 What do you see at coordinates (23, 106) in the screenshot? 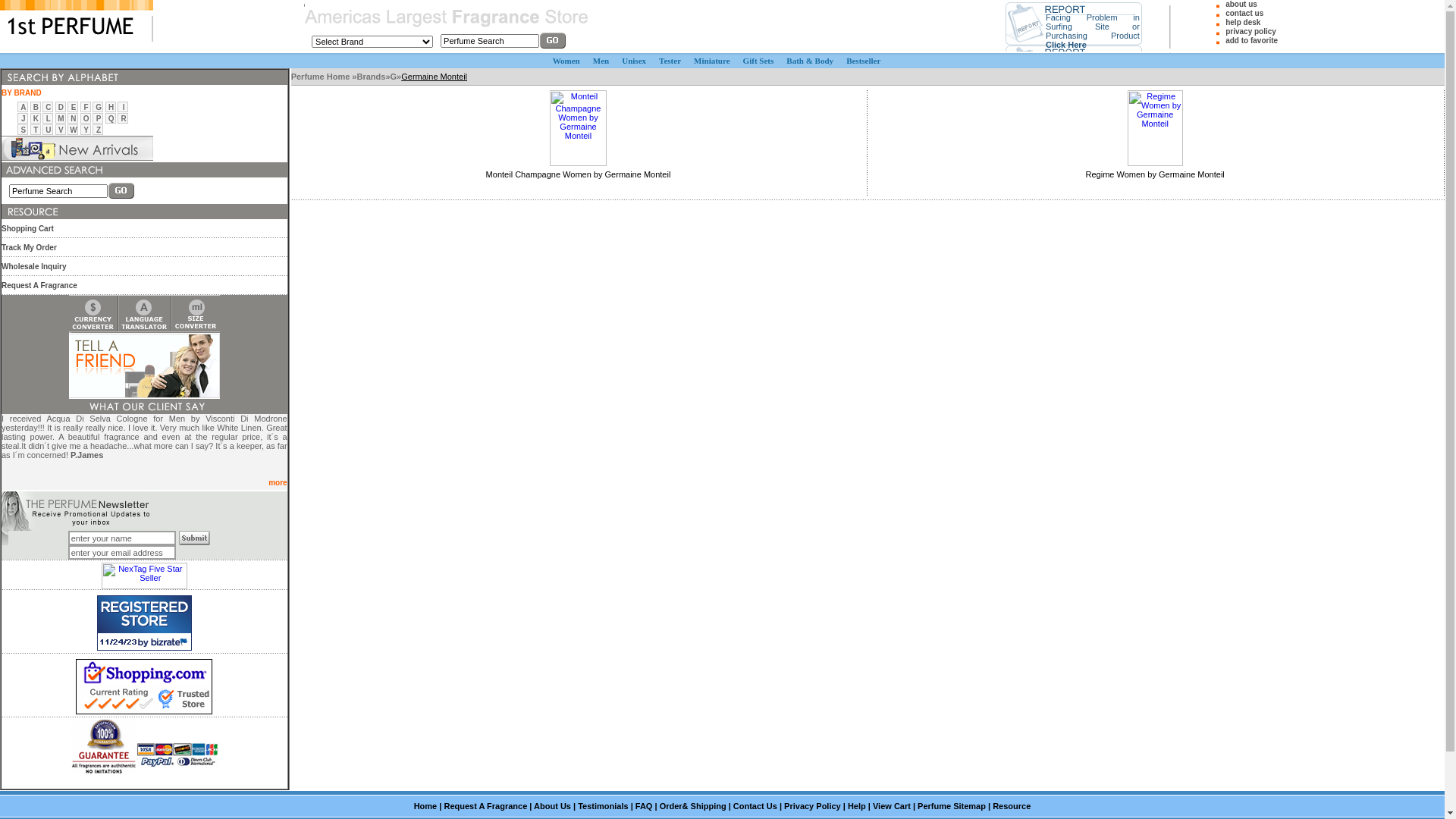
I see `'A'` at bounding box center [23, 106].